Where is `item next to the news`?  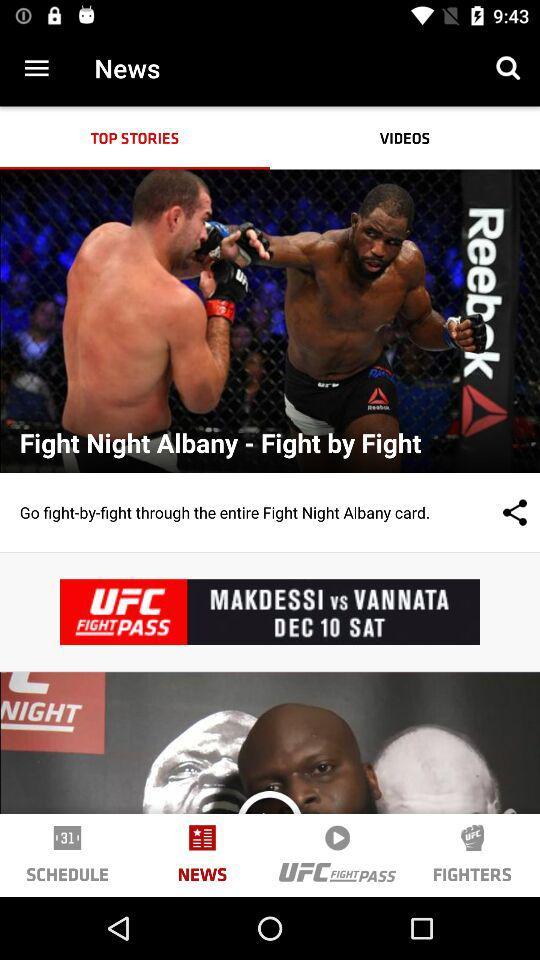 item next to the news is located at coordinates (36, 68).